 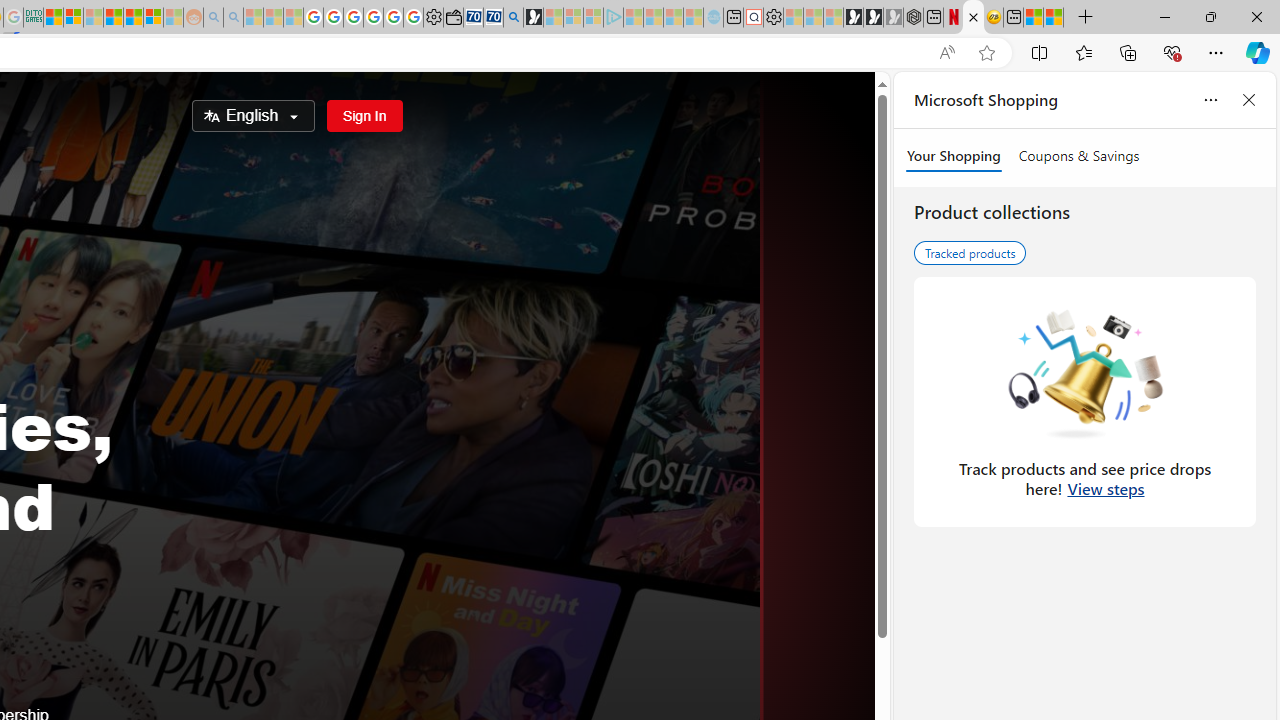 What do you see at coordinates (251, 115) in the screenshot?
I see `'Select Language'` at bounding box center [251, 115].